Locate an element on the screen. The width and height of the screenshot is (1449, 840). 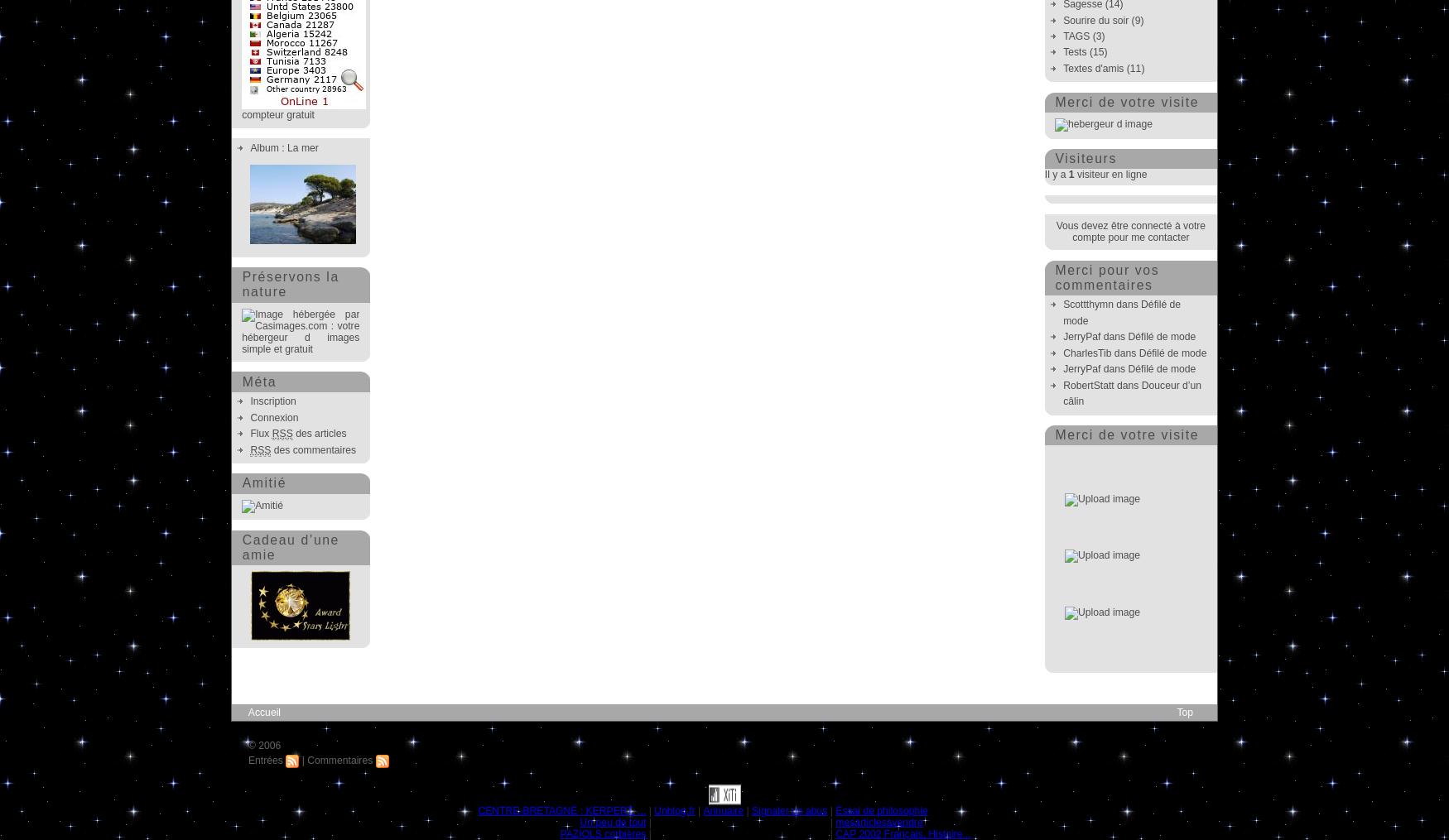
'compteur gratuit' is located at coordinates (278, 114).